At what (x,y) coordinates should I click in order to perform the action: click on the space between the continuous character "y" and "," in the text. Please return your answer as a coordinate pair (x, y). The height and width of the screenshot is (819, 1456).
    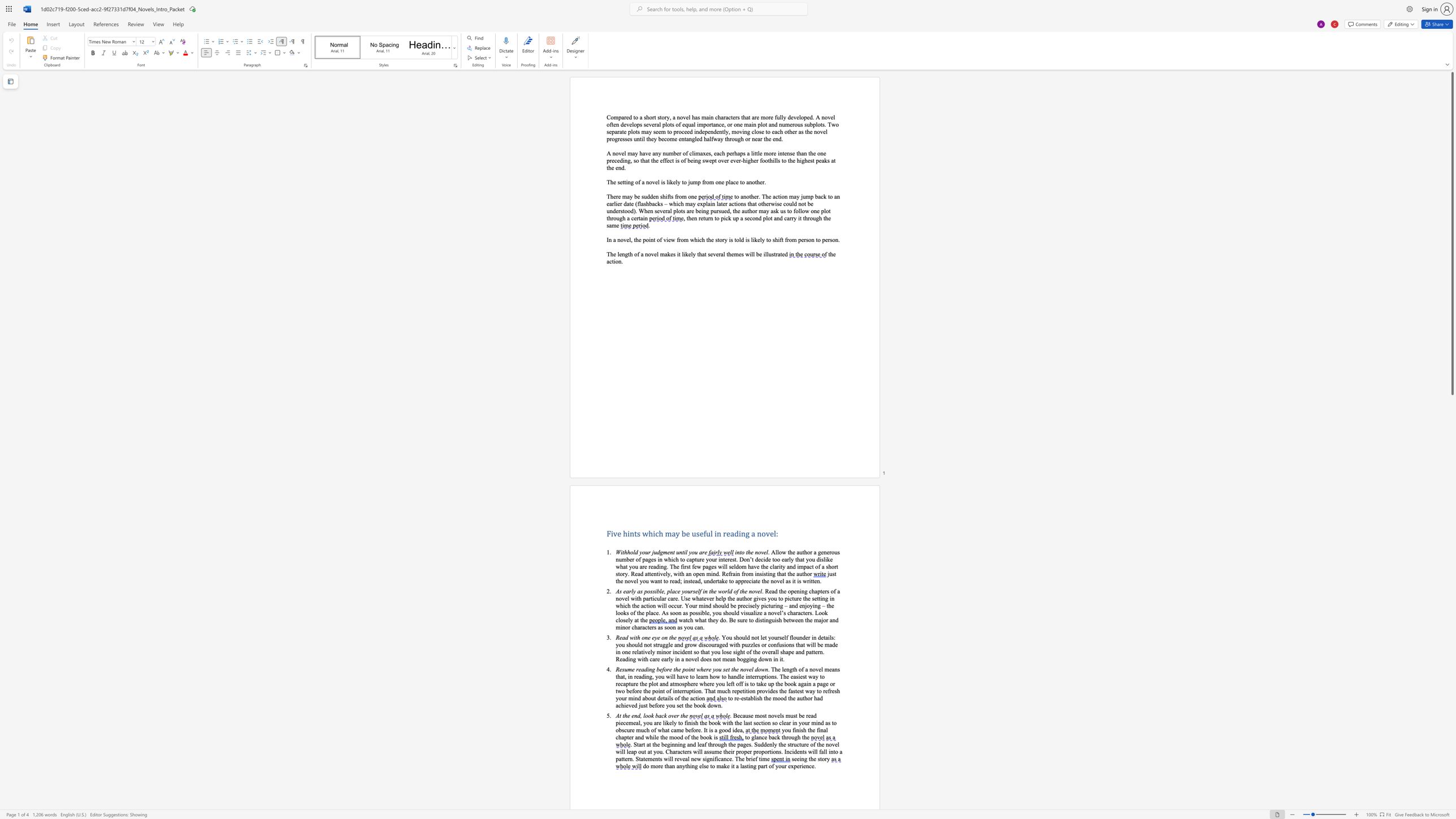
    Looking at the image, I should click on (670, 573).